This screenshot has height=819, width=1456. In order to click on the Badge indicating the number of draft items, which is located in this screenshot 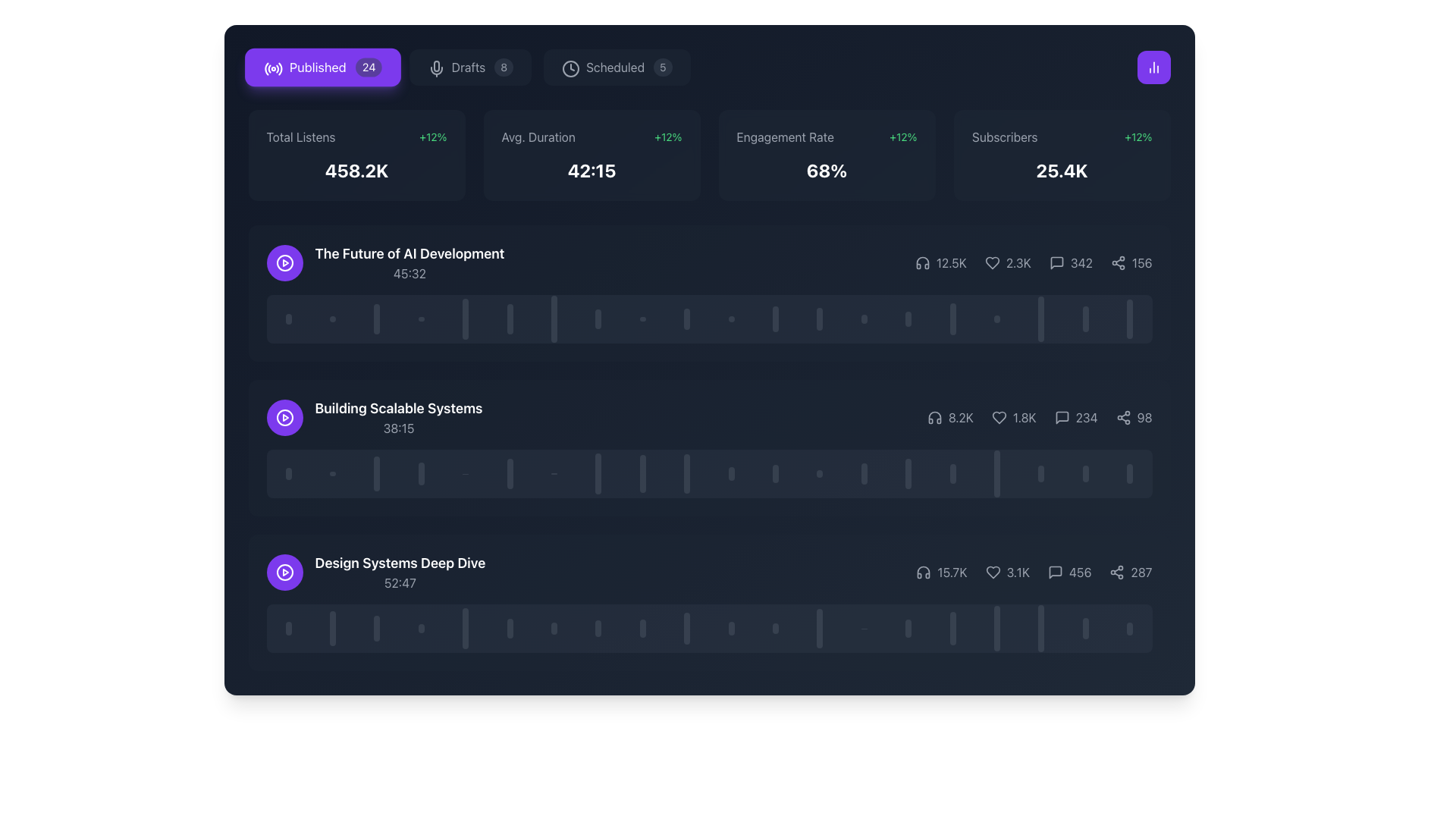, I will do `click(504, 66)`.